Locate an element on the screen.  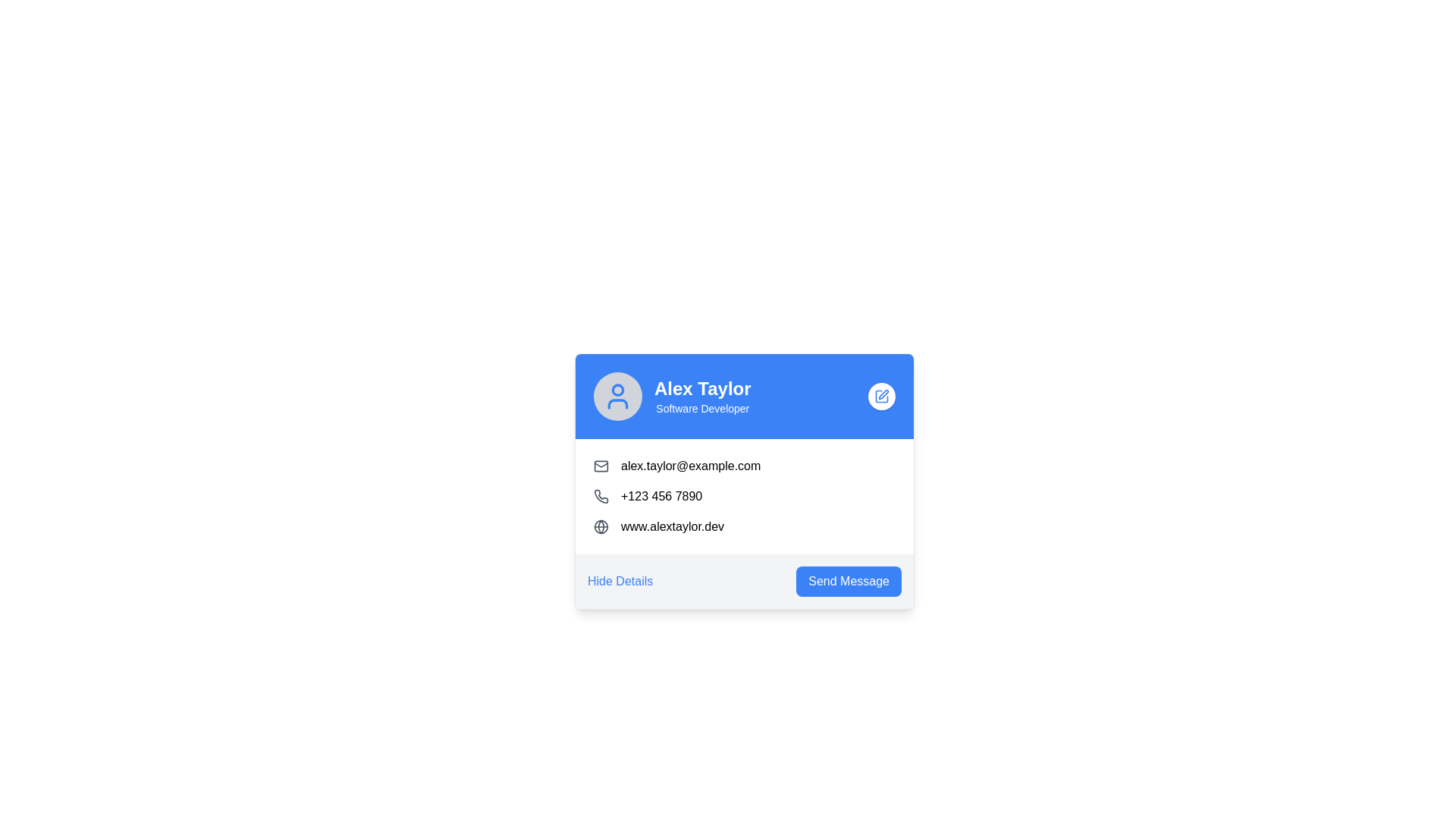
the telephone handset icon, which is styled in gray and located next to the phone number in the contact details list, to interact with nearby elements associated with this icon is located at coordinates (600, 497).